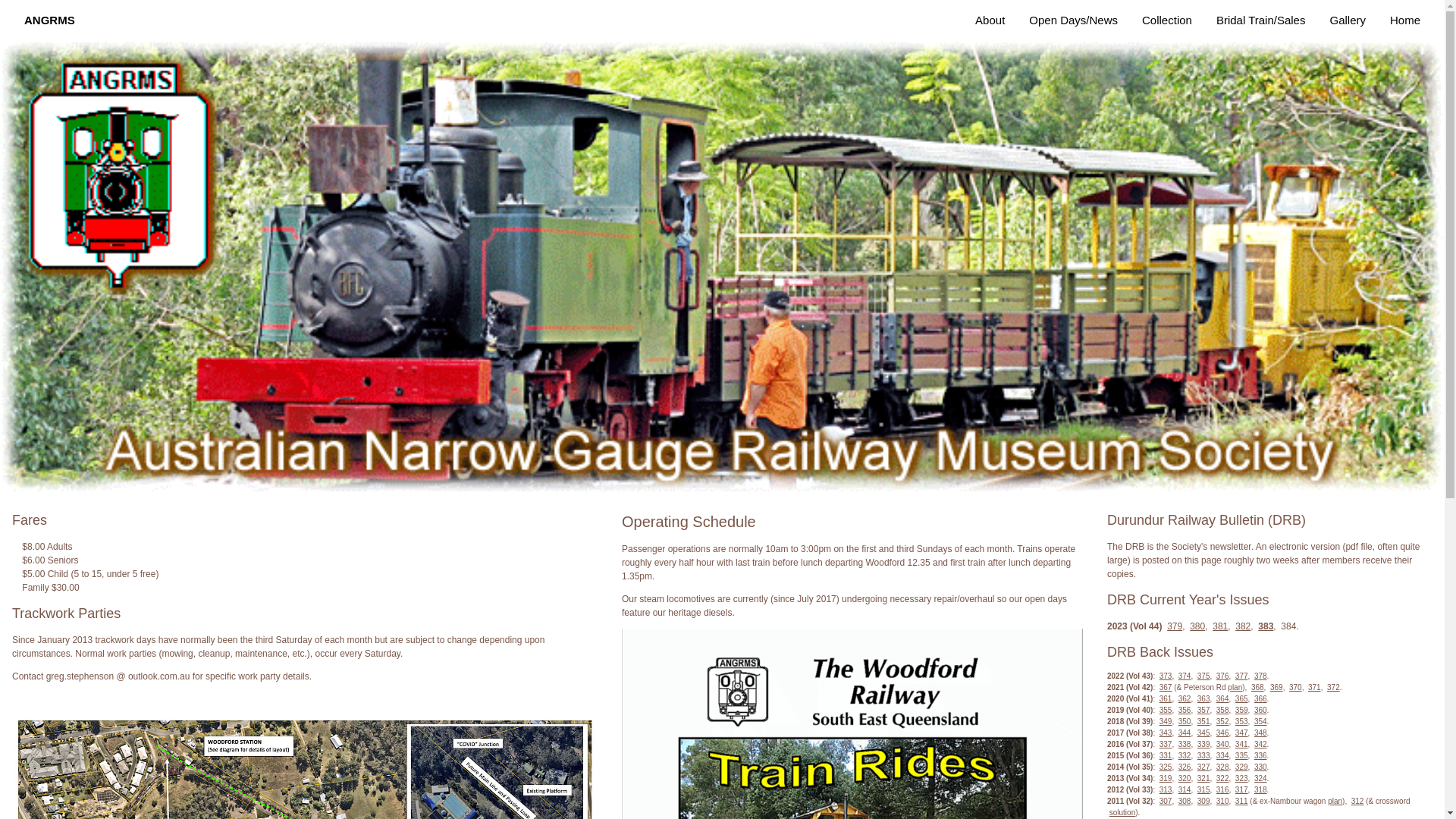 The height and width of the screenshot is (819, 1456). I want to click on '324', so click(1254, 778).